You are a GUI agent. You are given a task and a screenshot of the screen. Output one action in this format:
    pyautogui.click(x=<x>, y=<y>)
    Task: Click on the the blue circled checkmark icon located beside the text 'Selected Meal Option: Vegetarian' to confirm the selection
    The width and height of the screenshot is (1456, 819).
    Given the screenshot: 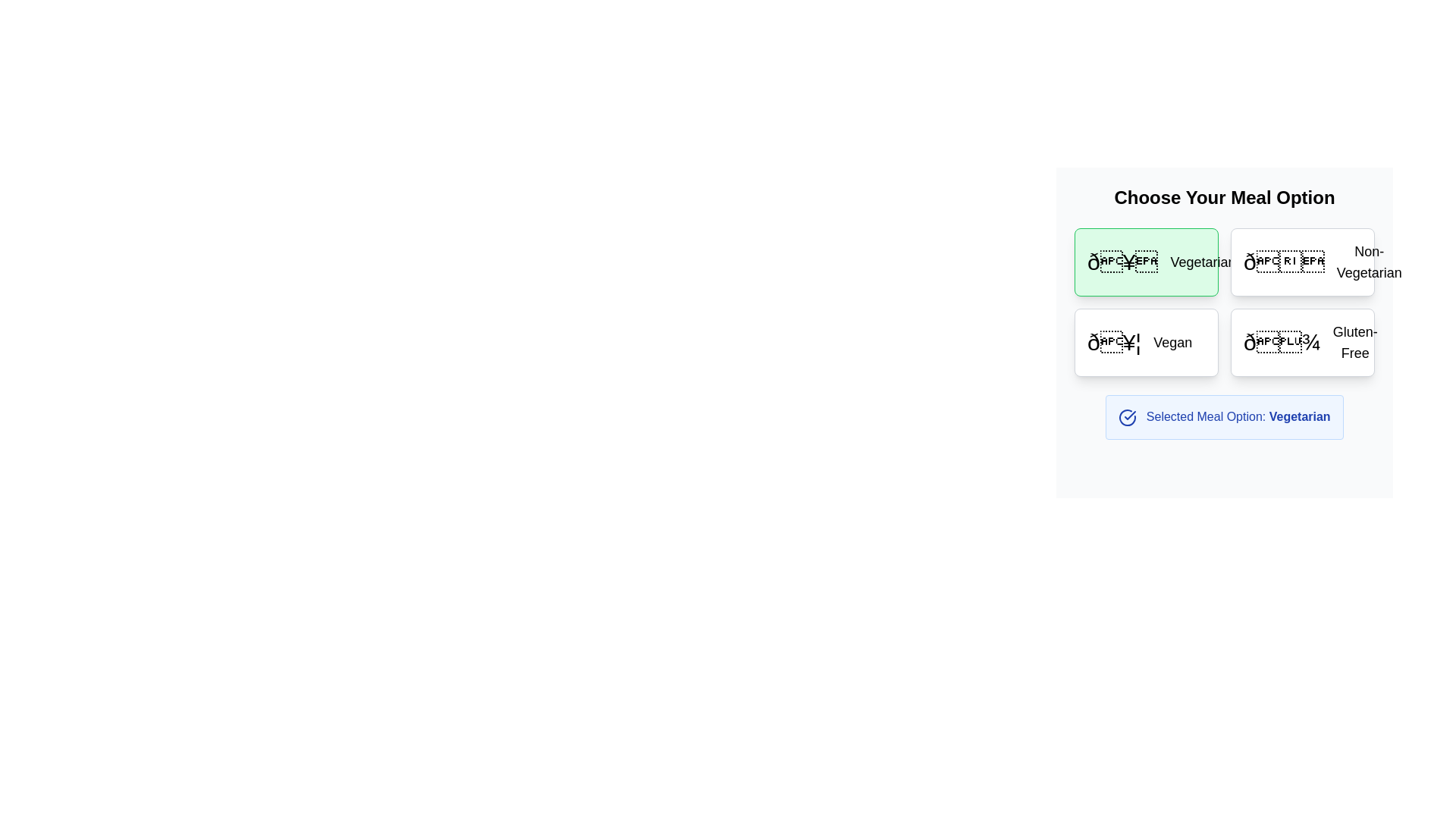 What is the action you would take?
    pyautogui.click(x=1128, y=417)
    